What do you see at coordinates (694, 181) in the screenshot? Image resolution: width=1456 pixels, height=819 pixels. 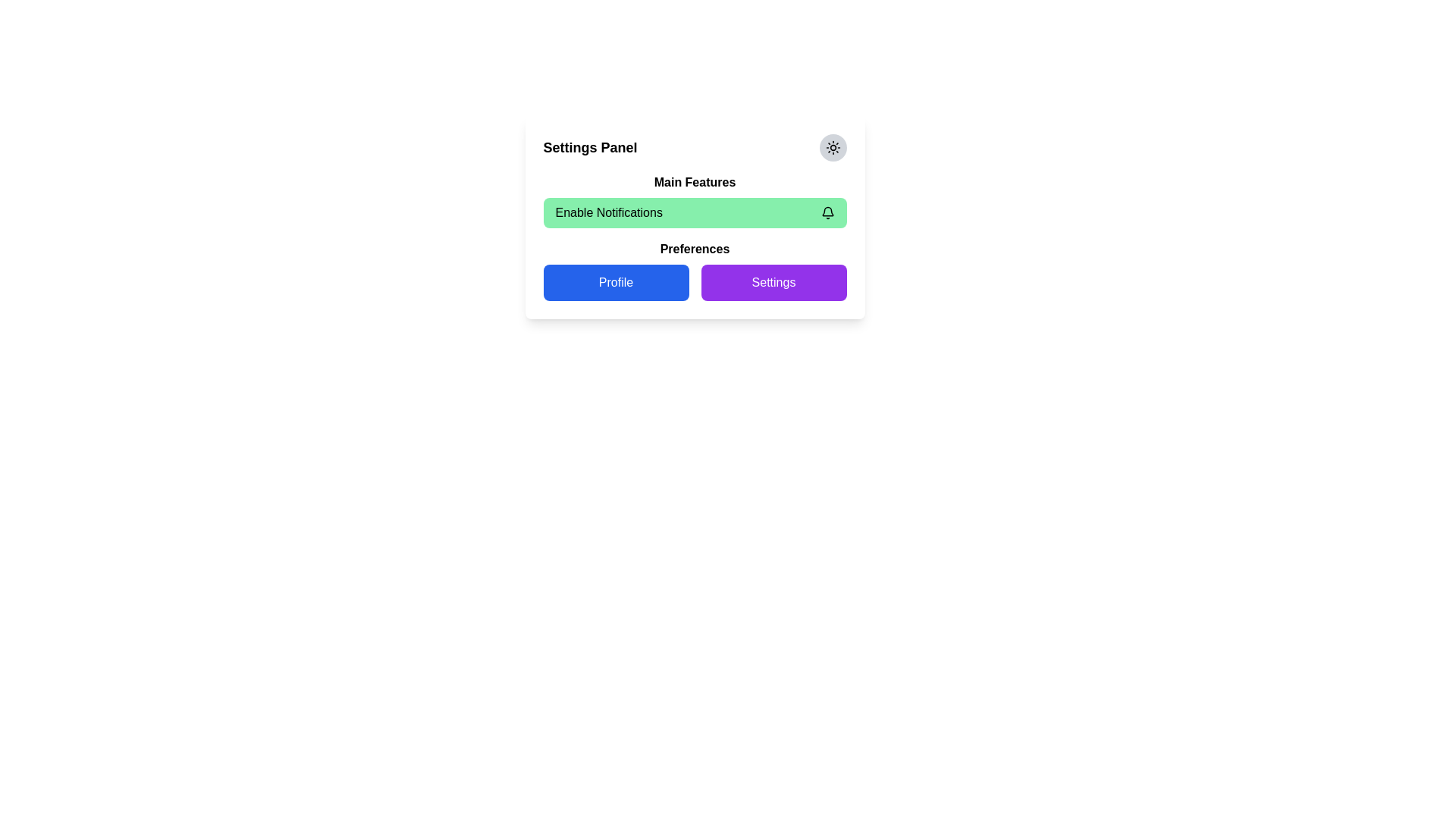 I see `the text label that describes the section below it, located beneath the 'Settings Panel' heading and above the 'Enable Notifications' button` at bounding box center [694, 181].